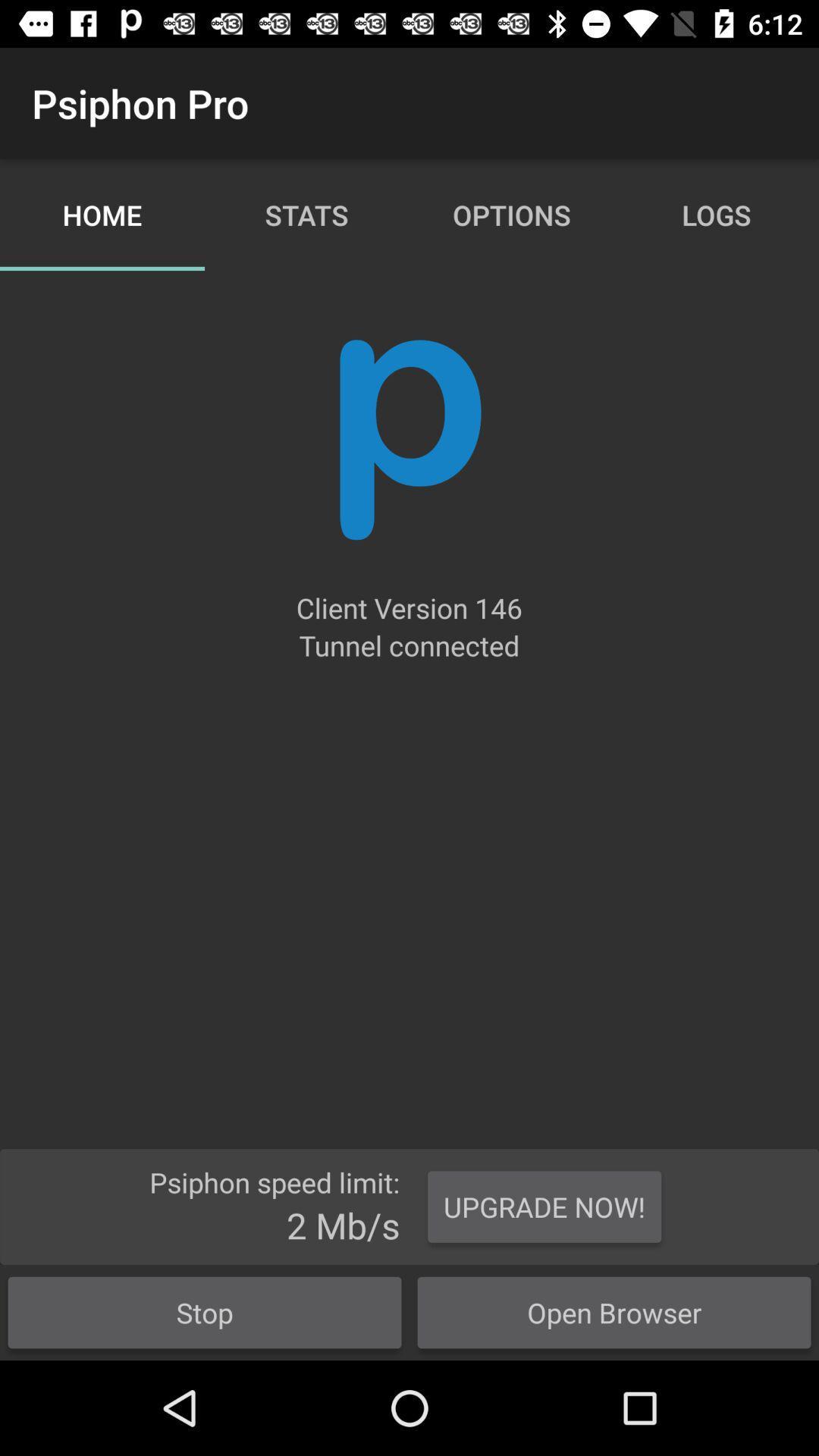 Image resolution: width=819 pixels, height=1456 pixels. What do you see at coordinates (205, 1312) in the screenshot?
I see `stop` at bounding box center [205, 1312].